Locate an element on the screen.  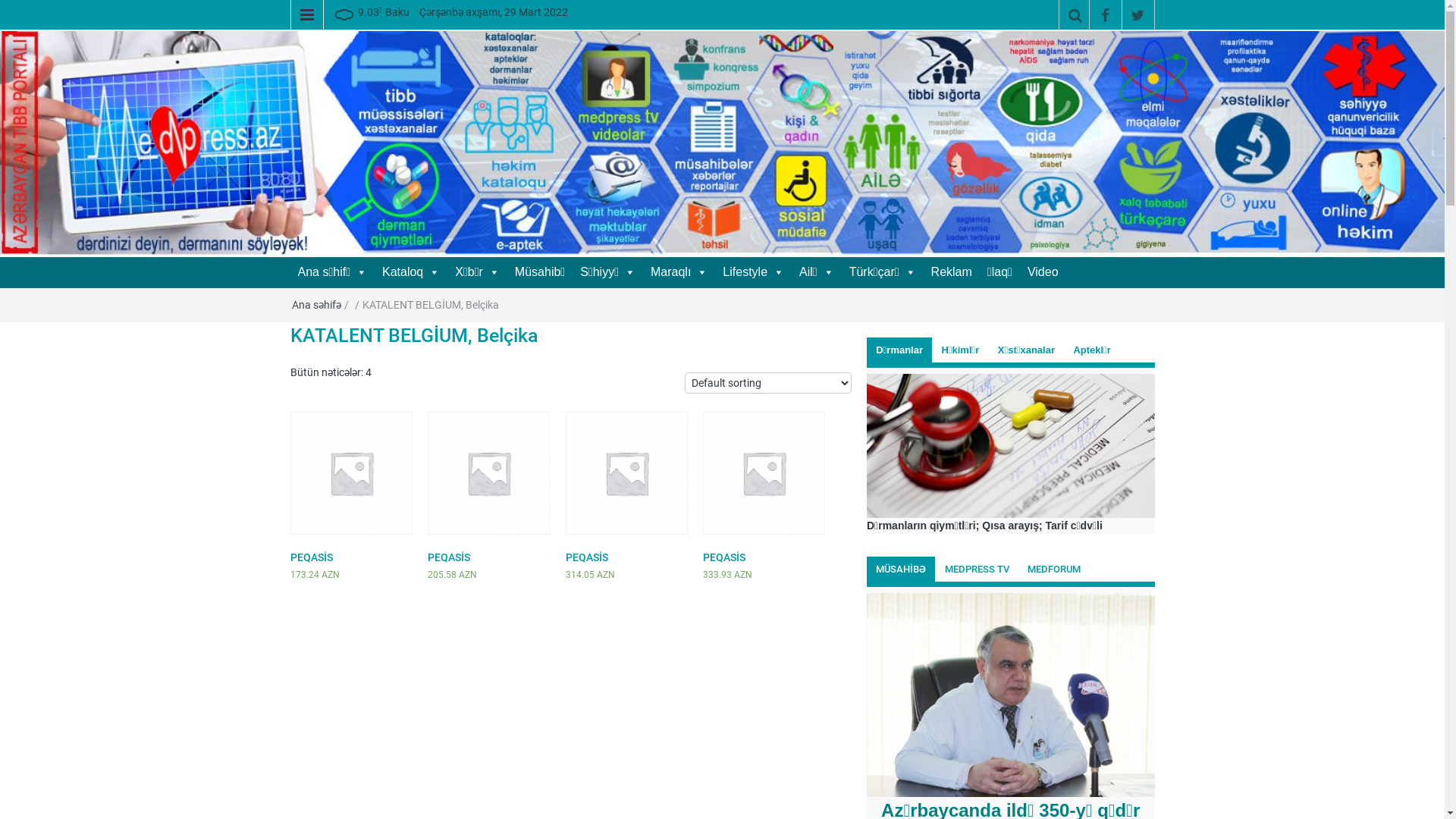
'Kataloq' is located at coordinates (375, 271).